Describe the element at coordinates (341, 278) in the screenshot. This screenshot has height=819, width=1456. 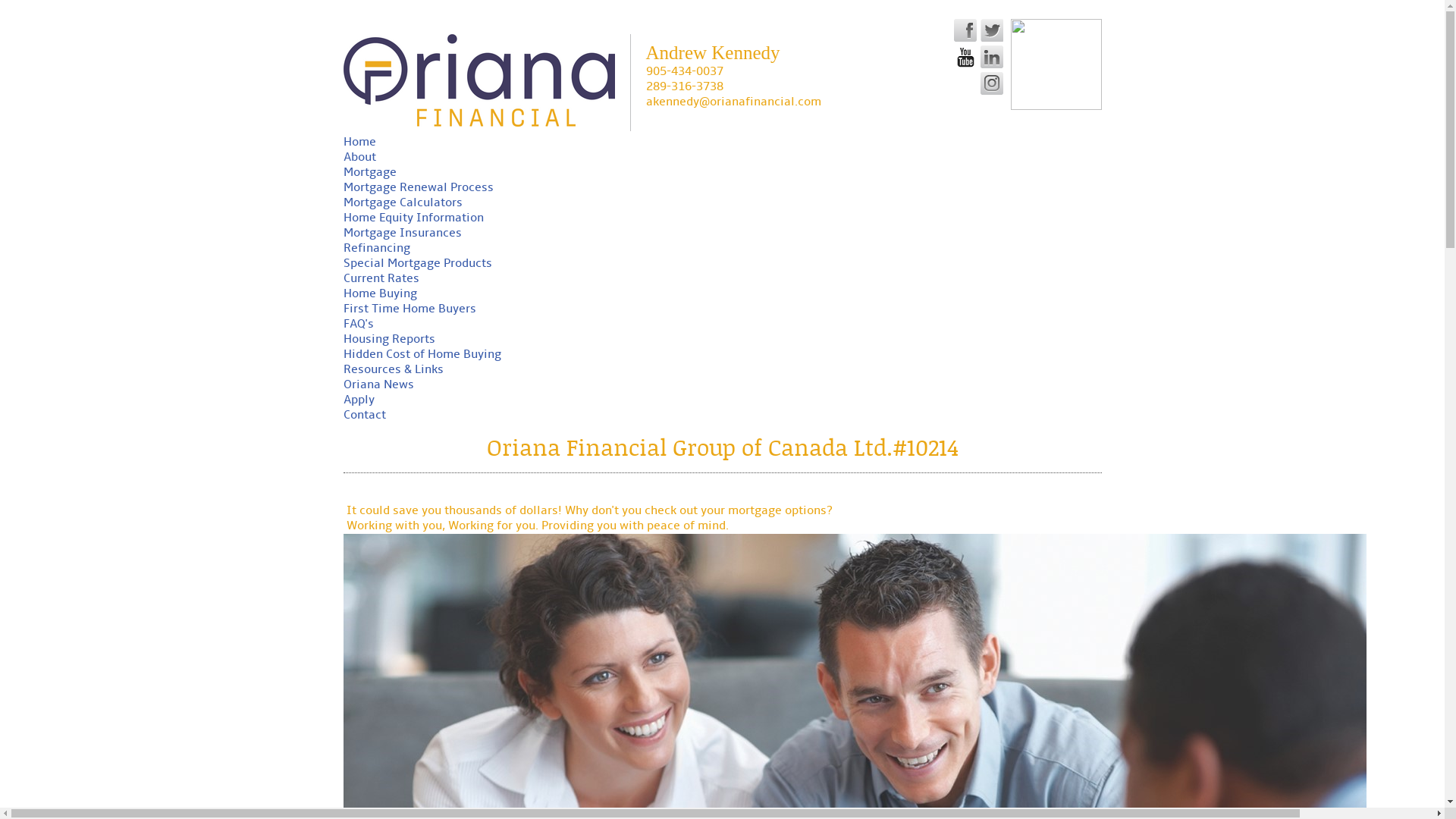
I see `'Current Rates'` at that location.